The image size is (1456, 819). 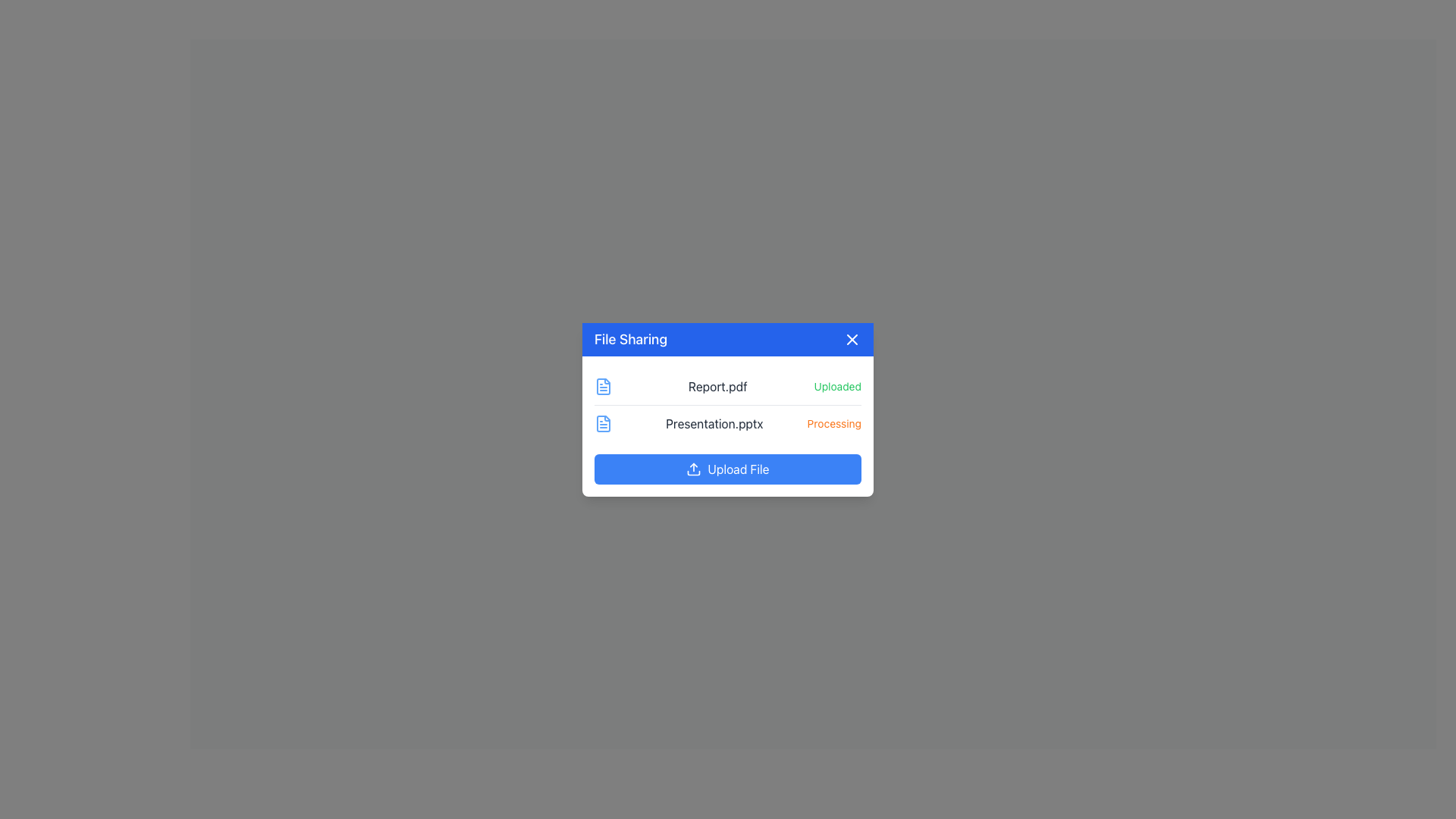 What do you see at coordinates (852, 338) in the screenshot?
I see `the 'X' icon button located at the top-right corner of the 'File Sharing' modal interface` at bounding box center [852, 338].